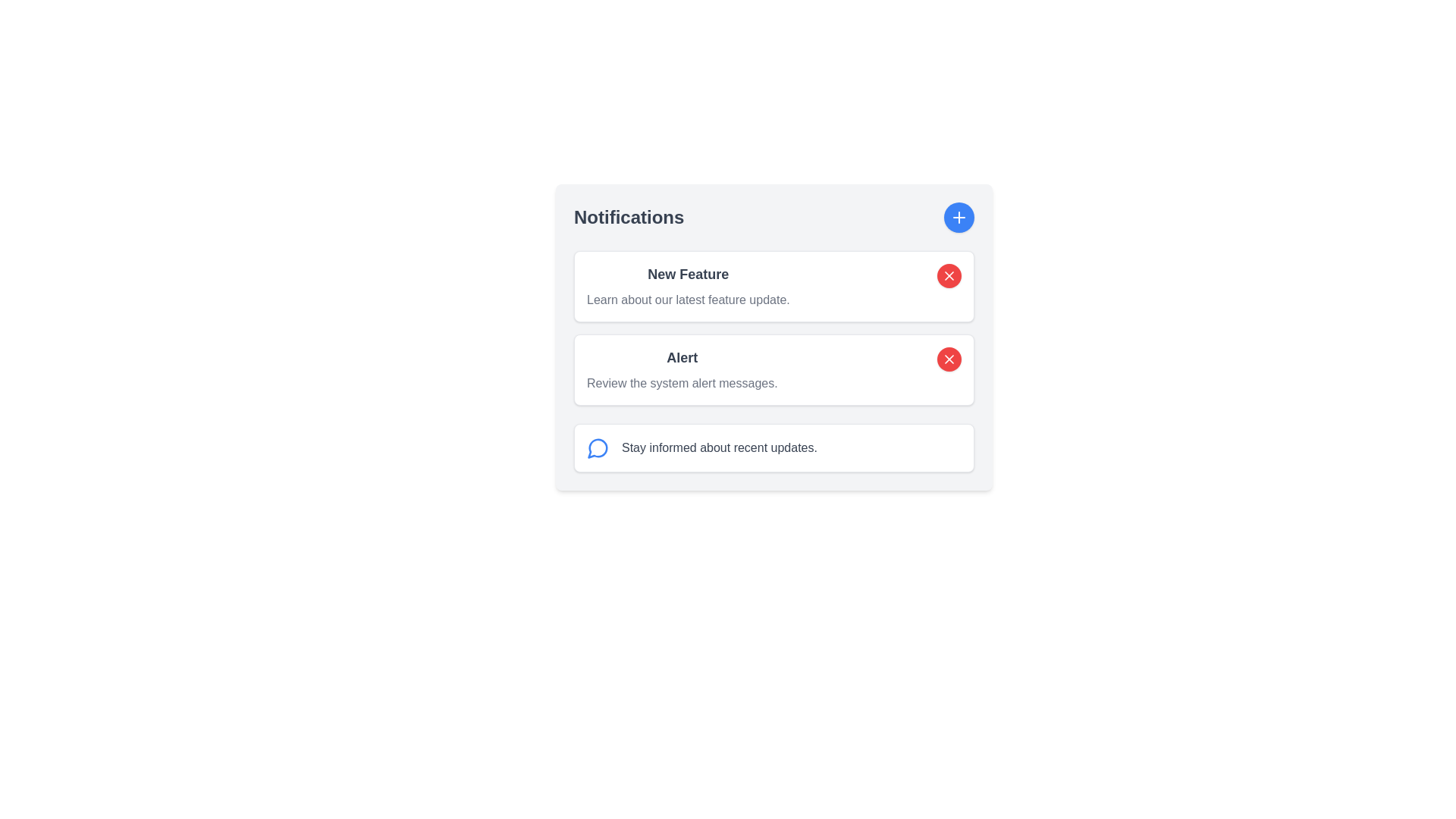  I want to click on the circular blue button with a white plus sign located in the top-right corner of the 'Notifications' section, so click(959, 217).